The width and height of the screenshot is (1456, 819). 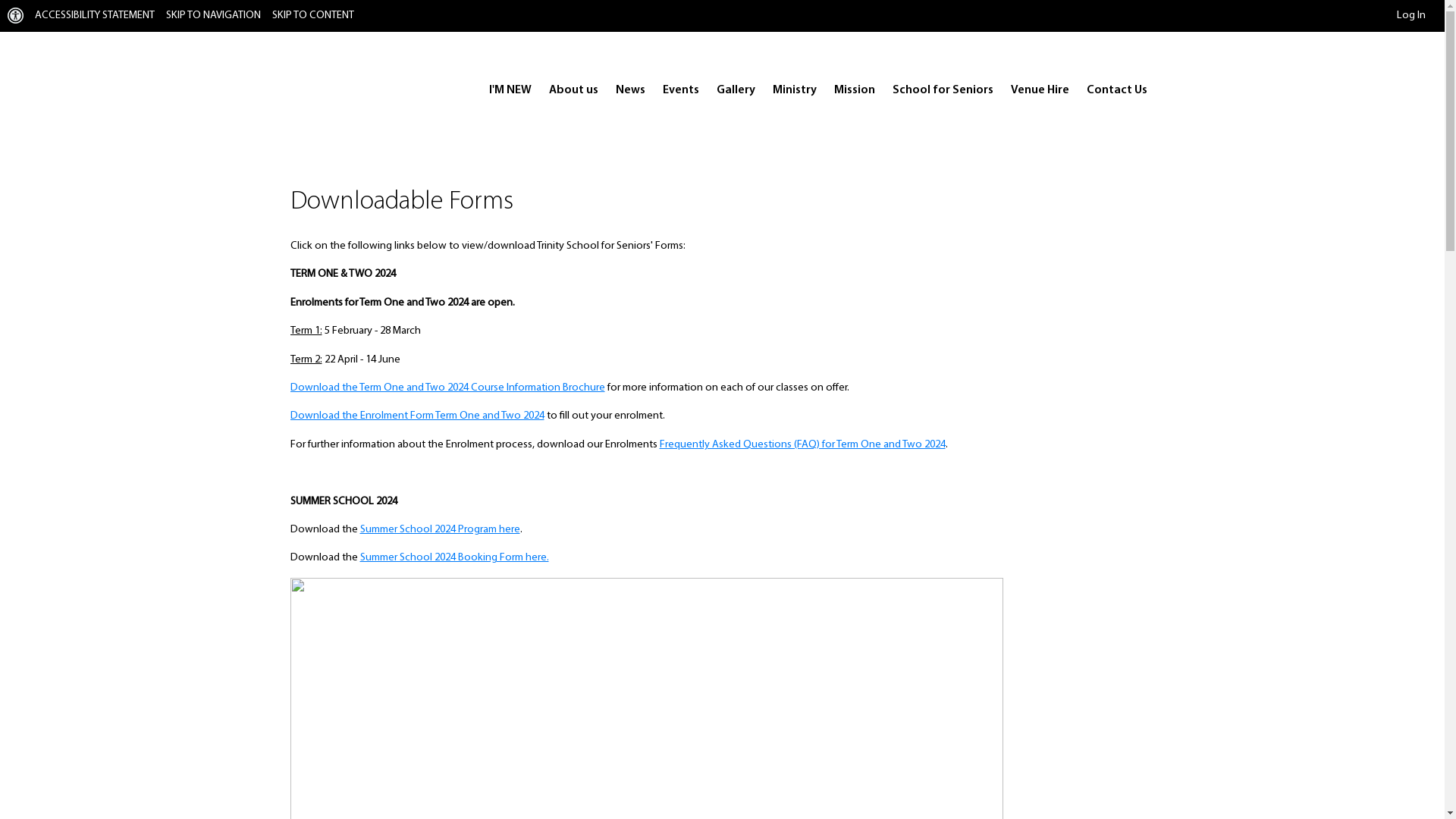 I want to click on 'Summer School 2024 Booking Form here.', so click(x=453, y=557).